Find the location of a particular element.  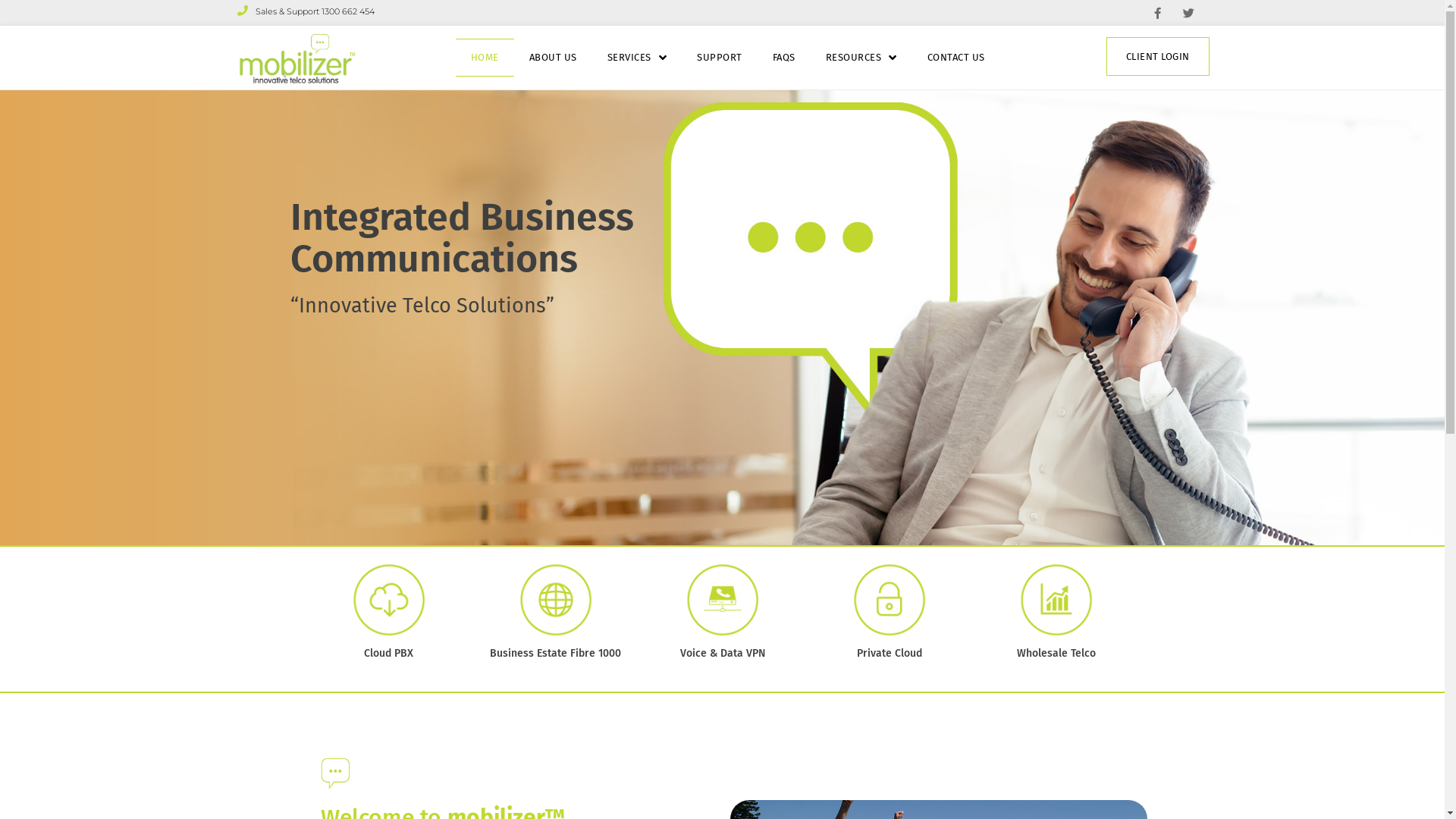

'CONTACT US' is located at coordinates (955, 57).